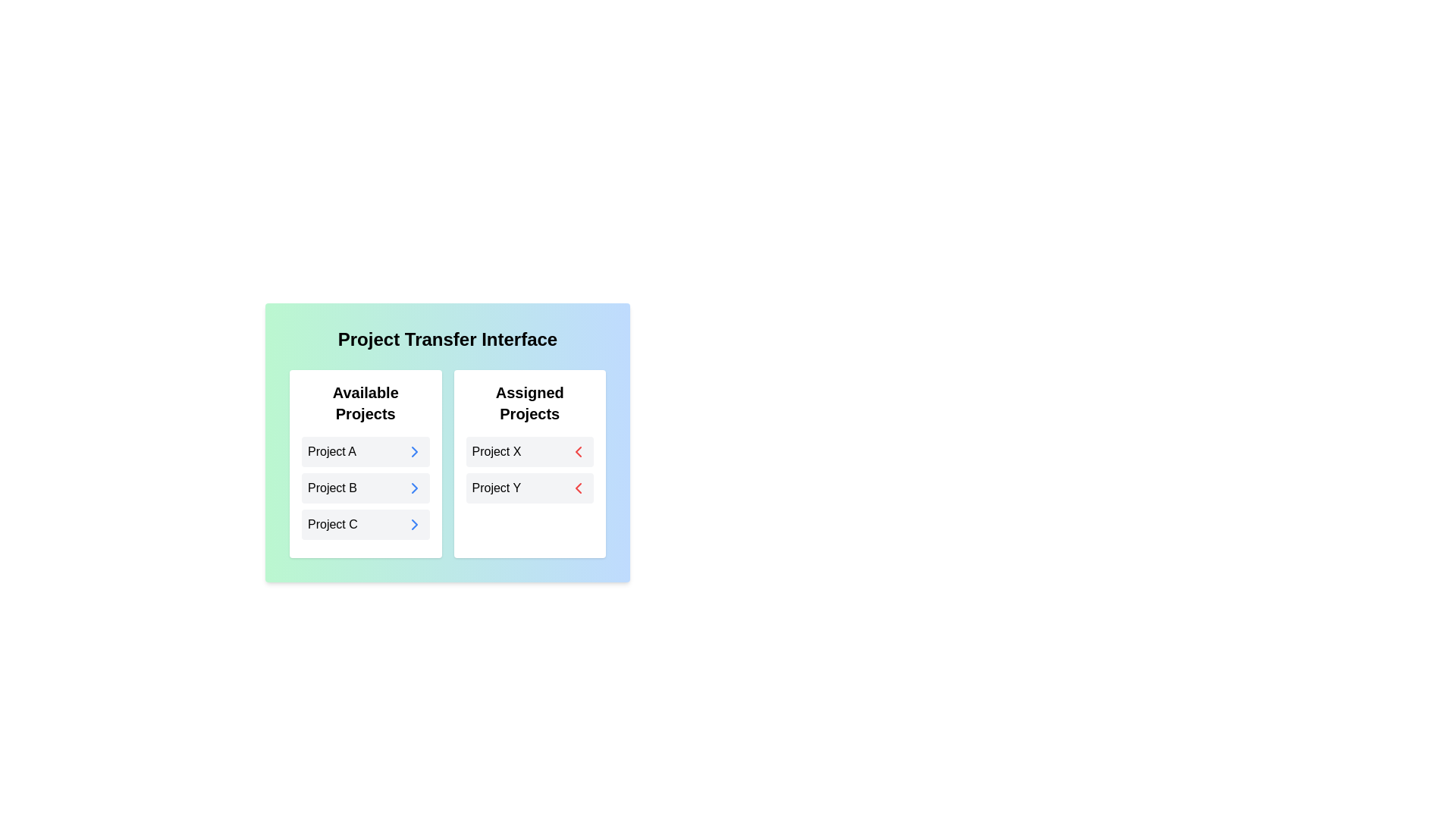  I want to click on the rightward-pointing blue arrow icon in the 'Available Projects' list, located next to 'Project B', so click(414, 488).